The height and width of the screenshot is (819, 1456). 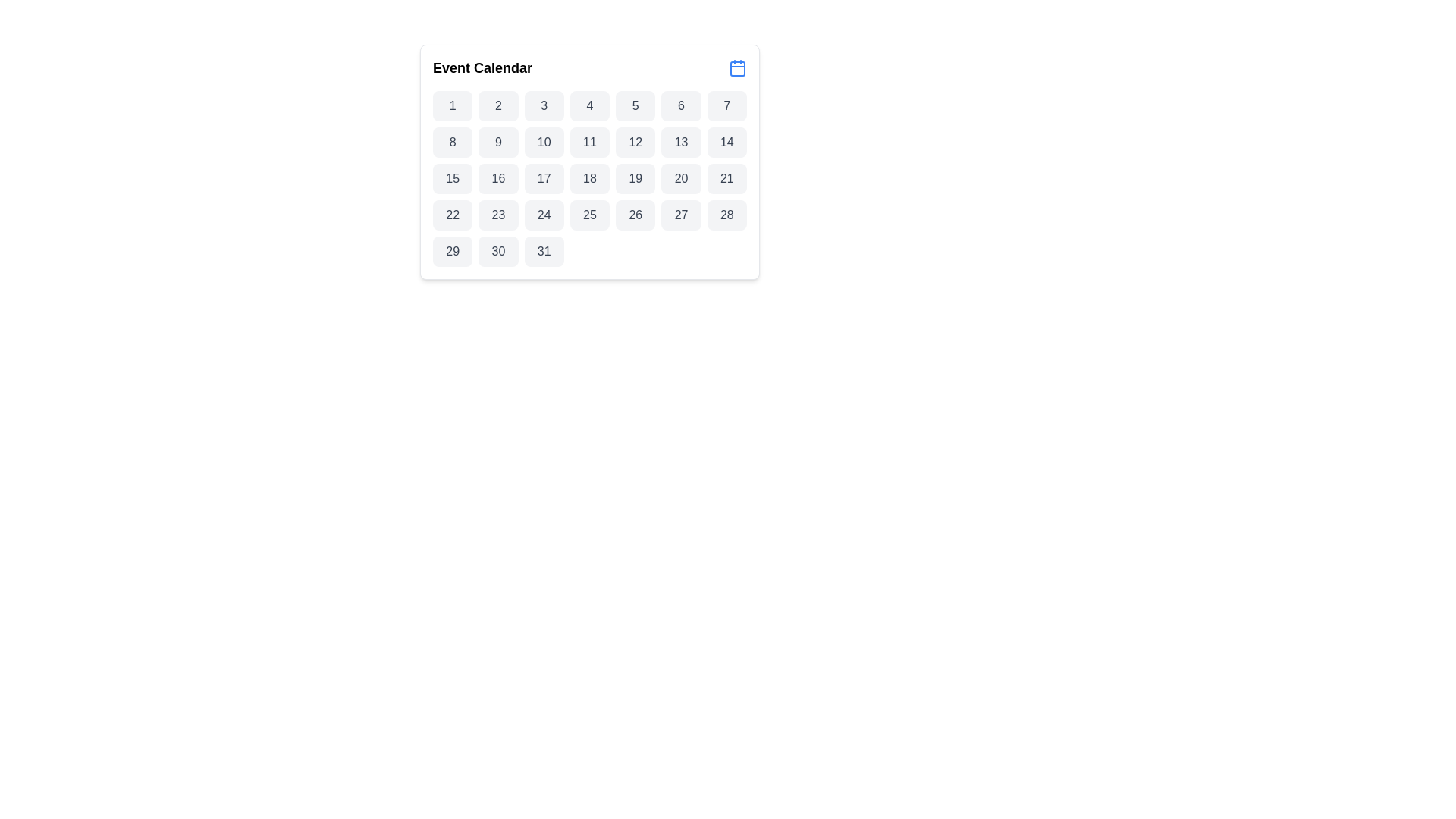 I want to click on the calendar date cell representing the 18th day of the month, which is part of the 'Event Calendar' grid, so click(x=588, y=177).